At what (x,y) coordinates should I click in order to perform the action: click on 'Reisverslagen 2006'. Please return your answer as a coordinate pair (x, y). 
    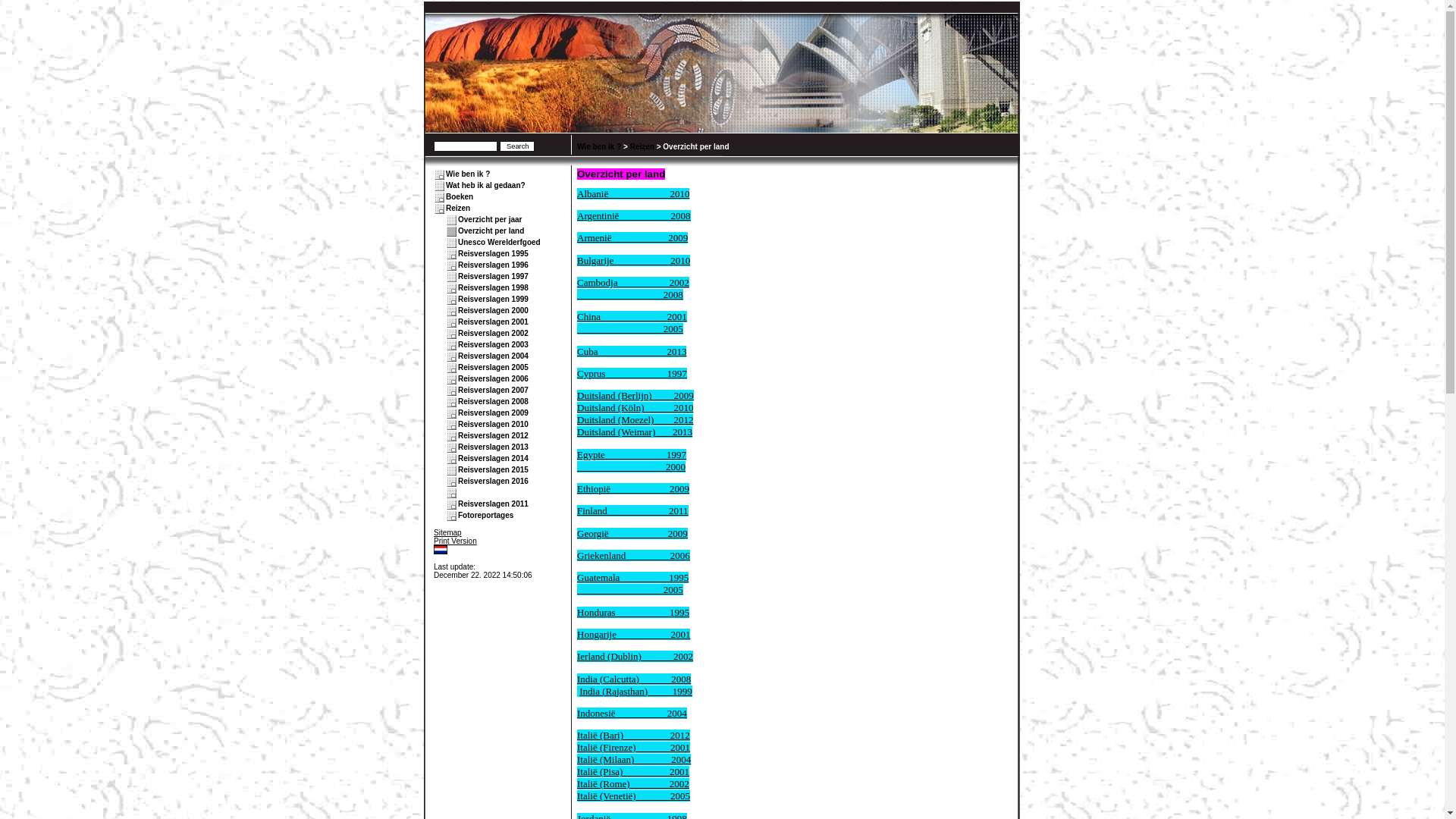
    Looking at the image, I should click on (493, 378).